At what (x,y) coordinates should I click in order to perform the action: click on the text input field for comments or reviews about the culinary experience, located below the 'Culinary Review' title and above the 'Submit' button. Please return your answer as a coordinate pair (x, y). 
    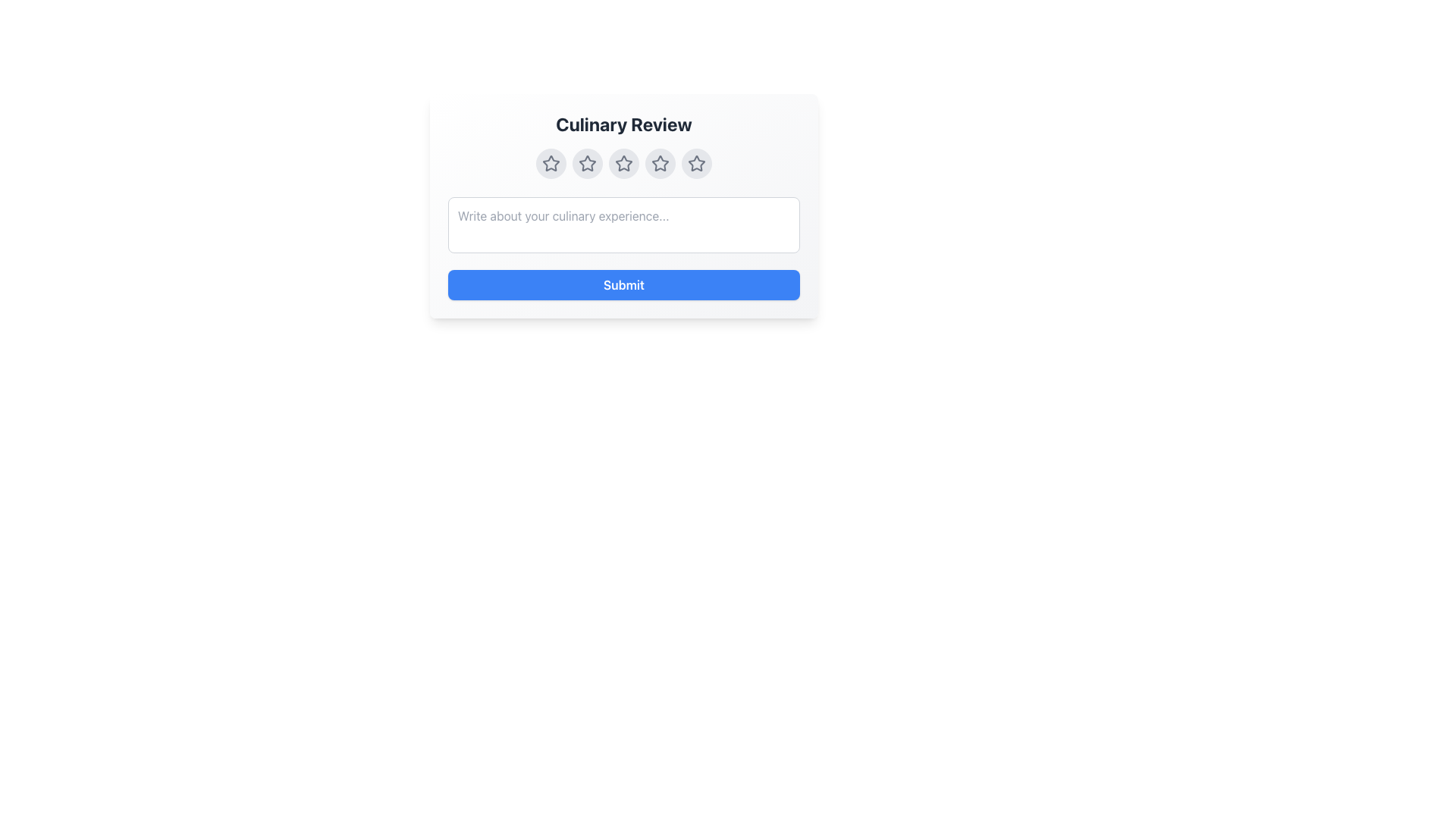
    Looking at the image, I should click on (623, 206).